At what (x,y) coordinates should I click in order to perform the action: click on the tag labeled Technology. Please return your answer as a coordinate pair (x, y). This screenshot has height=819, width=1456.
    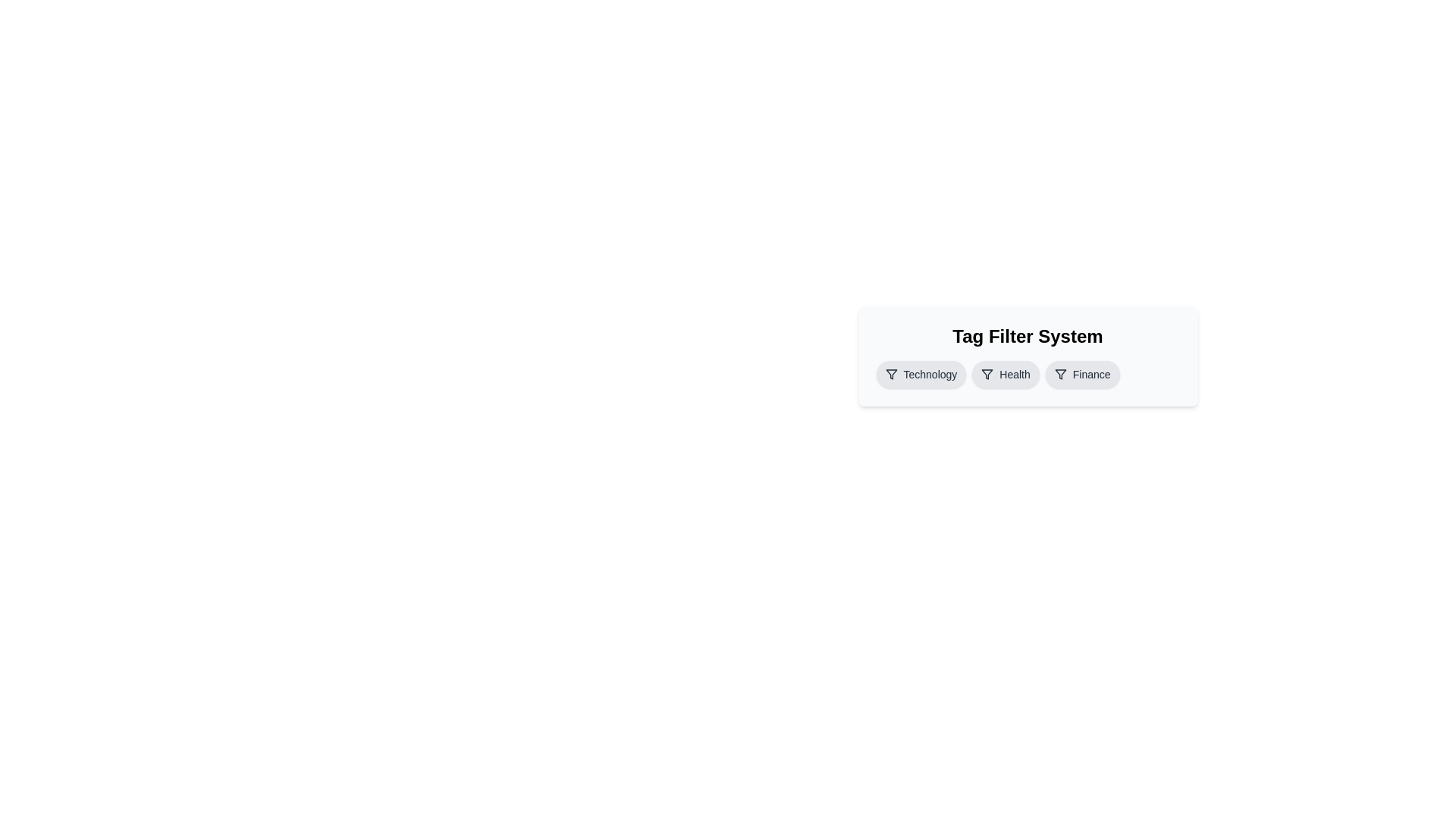
    Looking at the image, I should click on (920, 374).